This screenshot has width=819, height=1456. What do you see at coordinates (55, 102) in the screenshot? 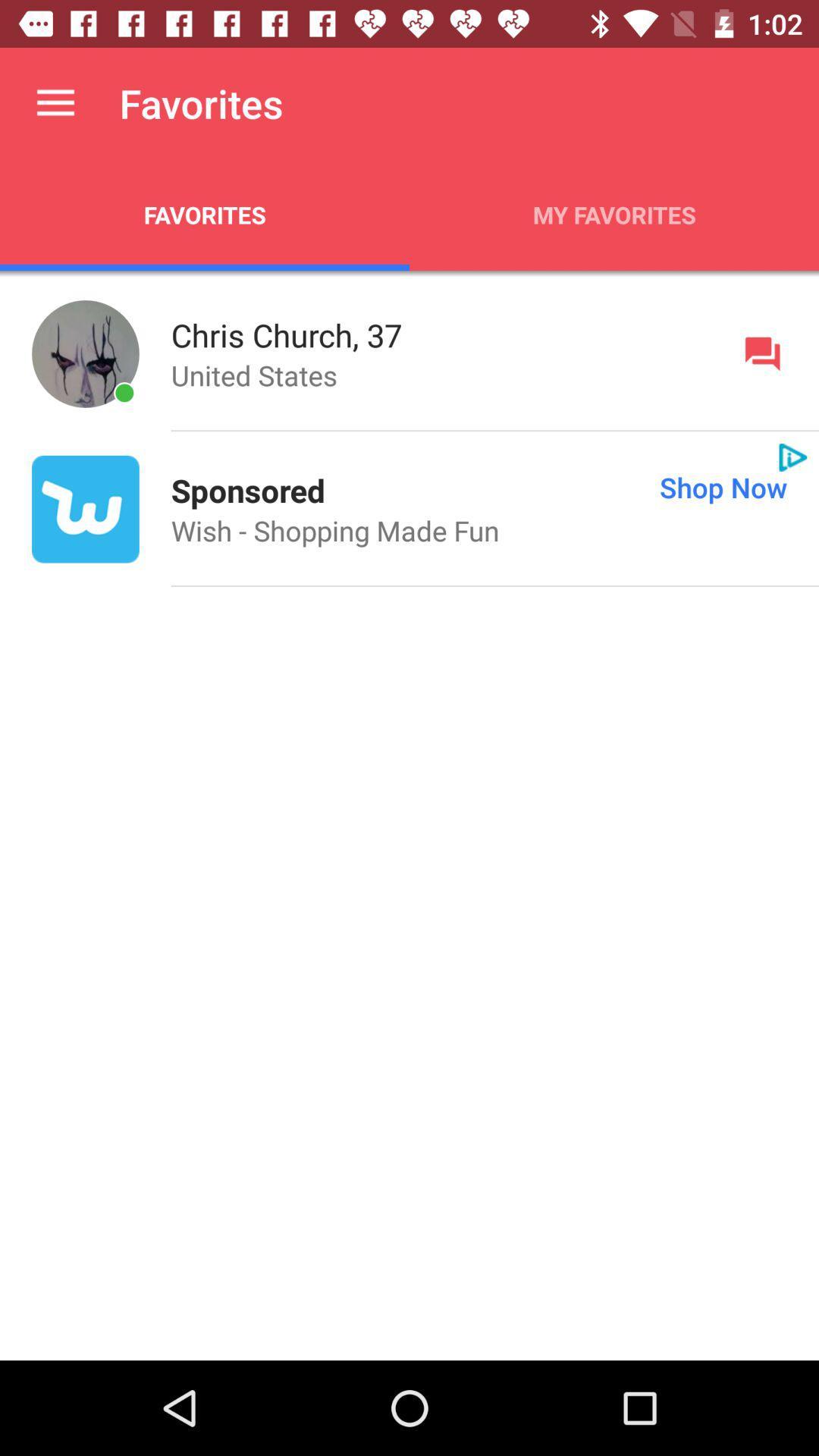
I see `the app to the left of the favorites app` at bounding box center [55, 102].